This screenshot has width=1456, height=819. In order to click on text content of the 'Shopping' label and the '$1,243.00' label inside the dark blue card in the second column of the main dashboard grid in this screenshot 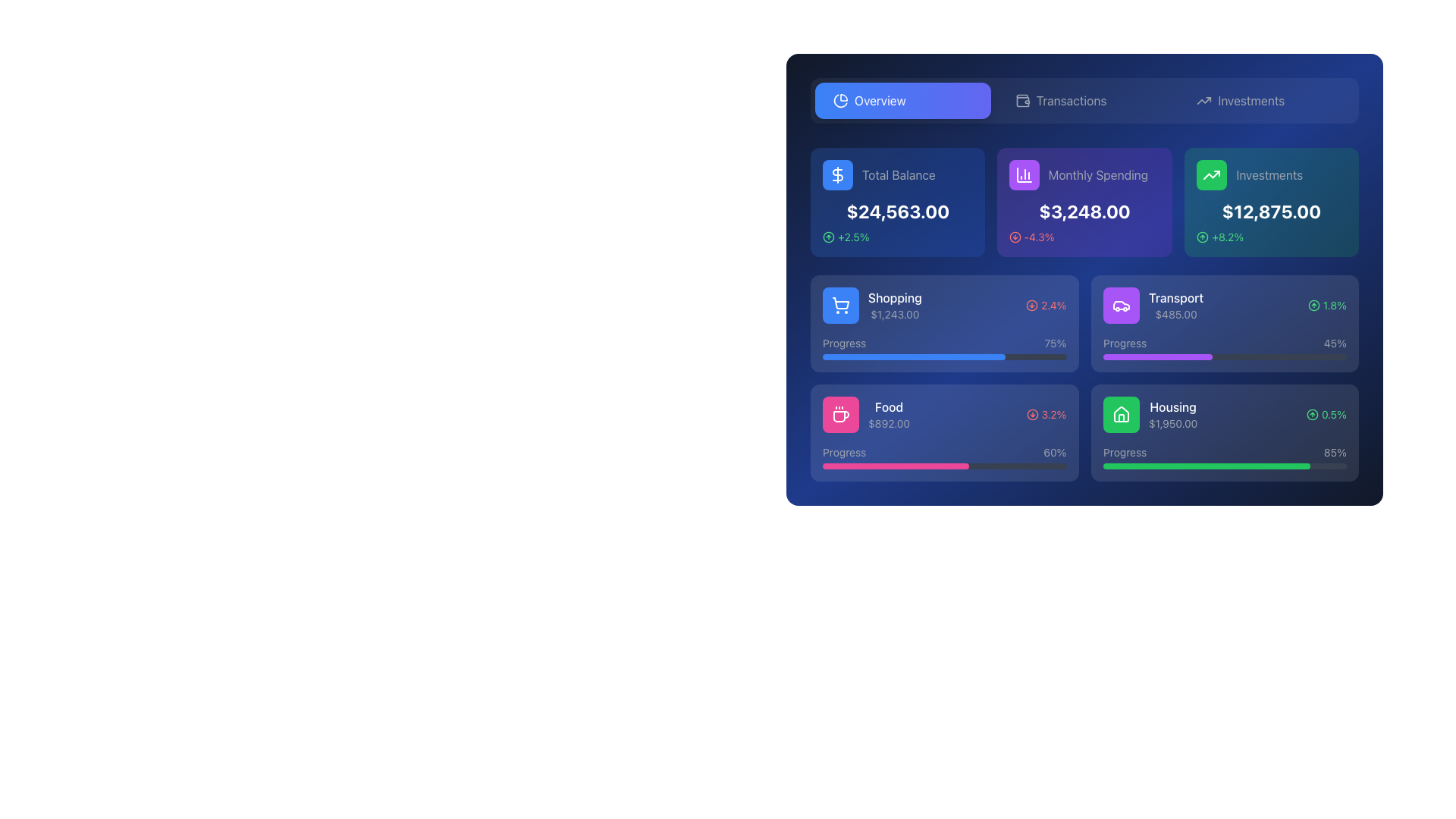, I will do `click(895, 305)`.